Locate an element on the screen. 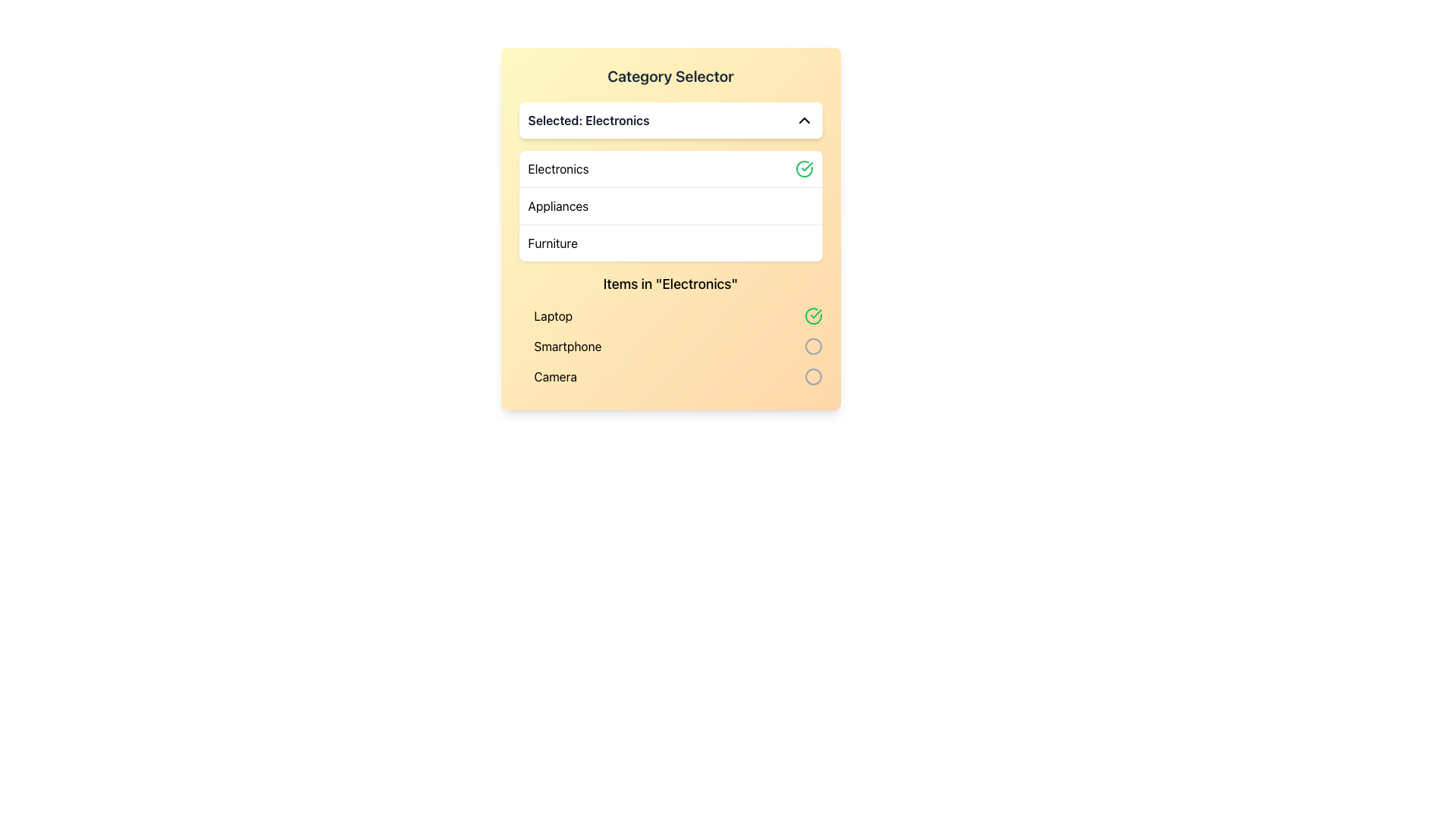 The height and width of the screenshot is (819, 1456). the circular icon located in the second row of the 'Items in "Electronics"' section, to the right of the 'Smartphone' label is located at coordinates (812, 346).